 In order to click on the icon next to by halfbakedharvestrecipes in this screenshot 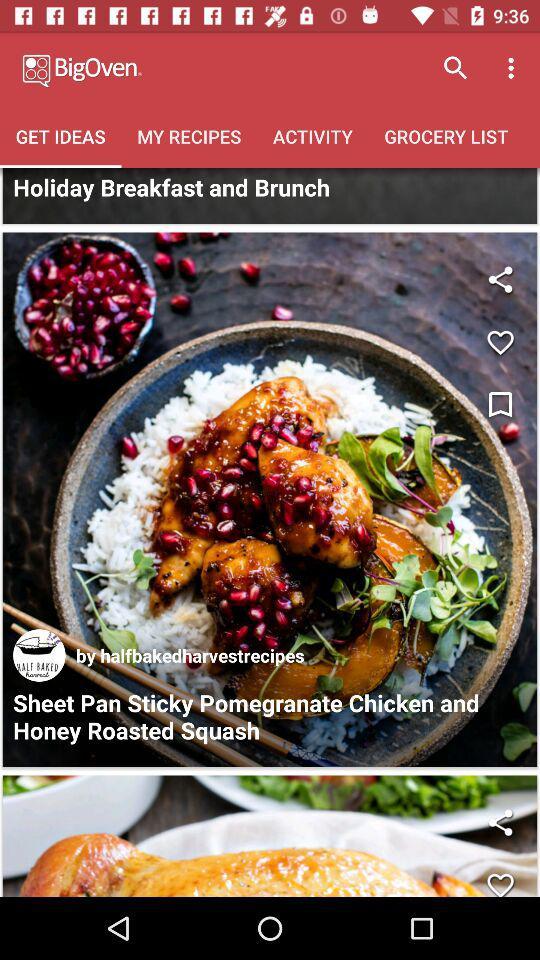, I will do `click(39, 654)`.